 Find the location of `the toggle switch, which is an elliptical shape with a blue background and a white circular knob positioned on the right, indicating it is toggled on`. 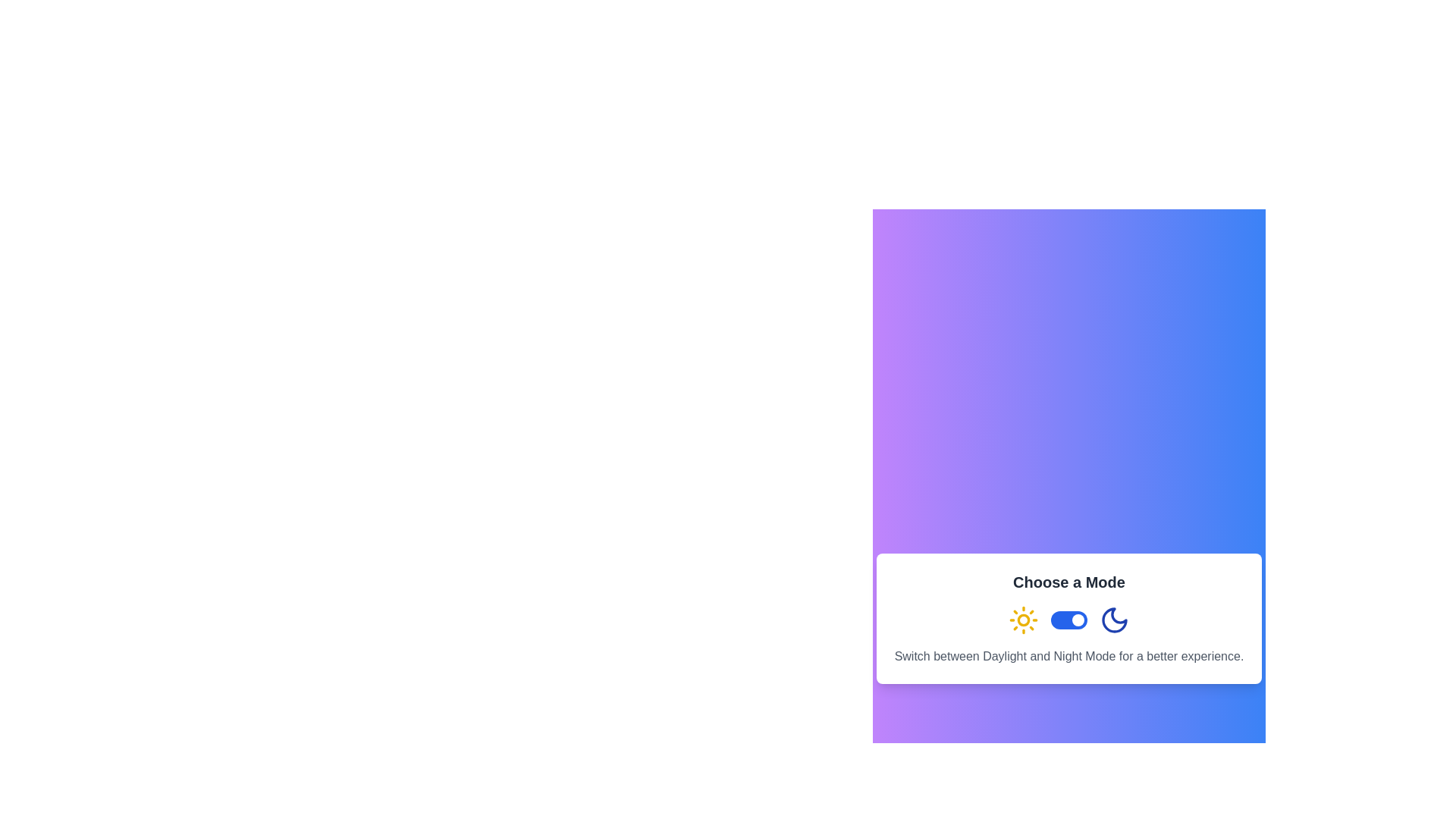

the toggle switch, which is an elliptical shape with a blue background and a white circular knob positioned on the right, indicating it is toggled on is located at coordinates (1068, 620).